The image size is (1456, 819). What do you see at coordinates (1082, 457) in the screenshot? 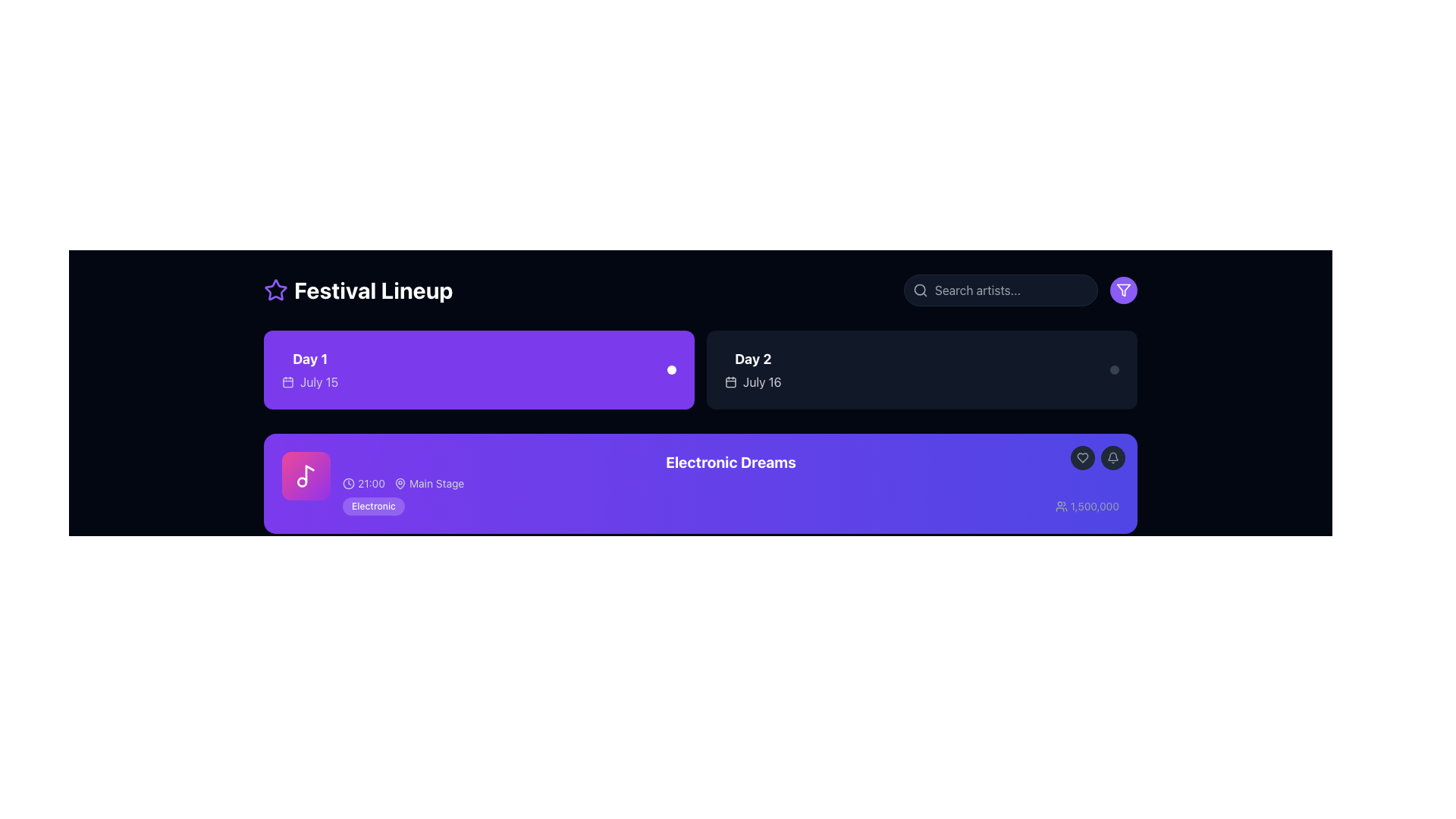
I see `the heart icon located in the top right region of the interface to mark an item as favorite` at bounding box center [1082, 457].